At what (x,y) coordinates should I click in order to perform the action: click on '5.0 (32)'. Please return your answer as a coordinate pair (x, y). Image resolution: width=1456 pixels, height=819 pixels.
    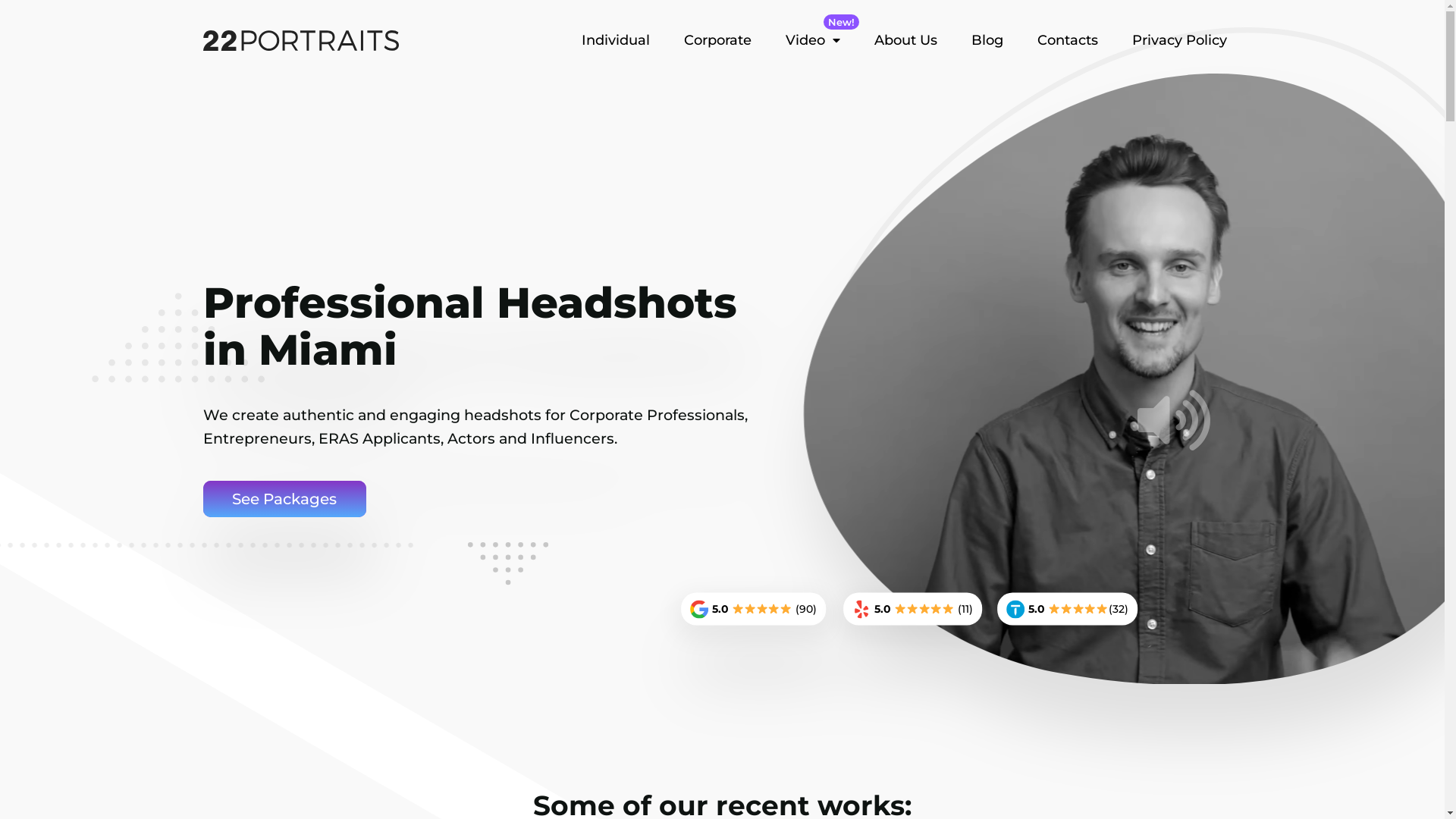
    Looking at the image, I should click on (997, 608).